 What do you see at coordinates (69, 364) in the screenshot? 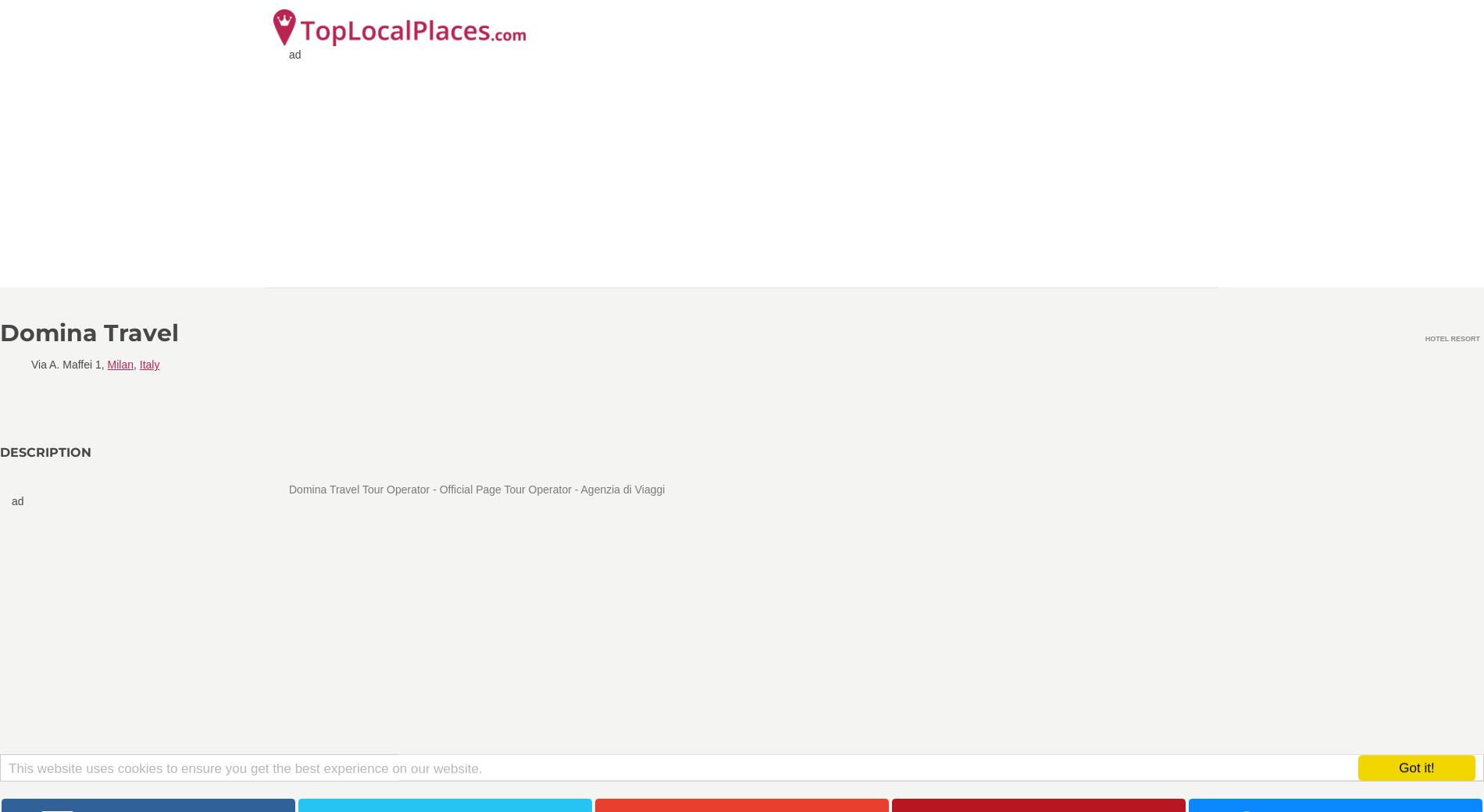
I see `'Via A. Maffei 1,'` at bounding box center [69, 364].